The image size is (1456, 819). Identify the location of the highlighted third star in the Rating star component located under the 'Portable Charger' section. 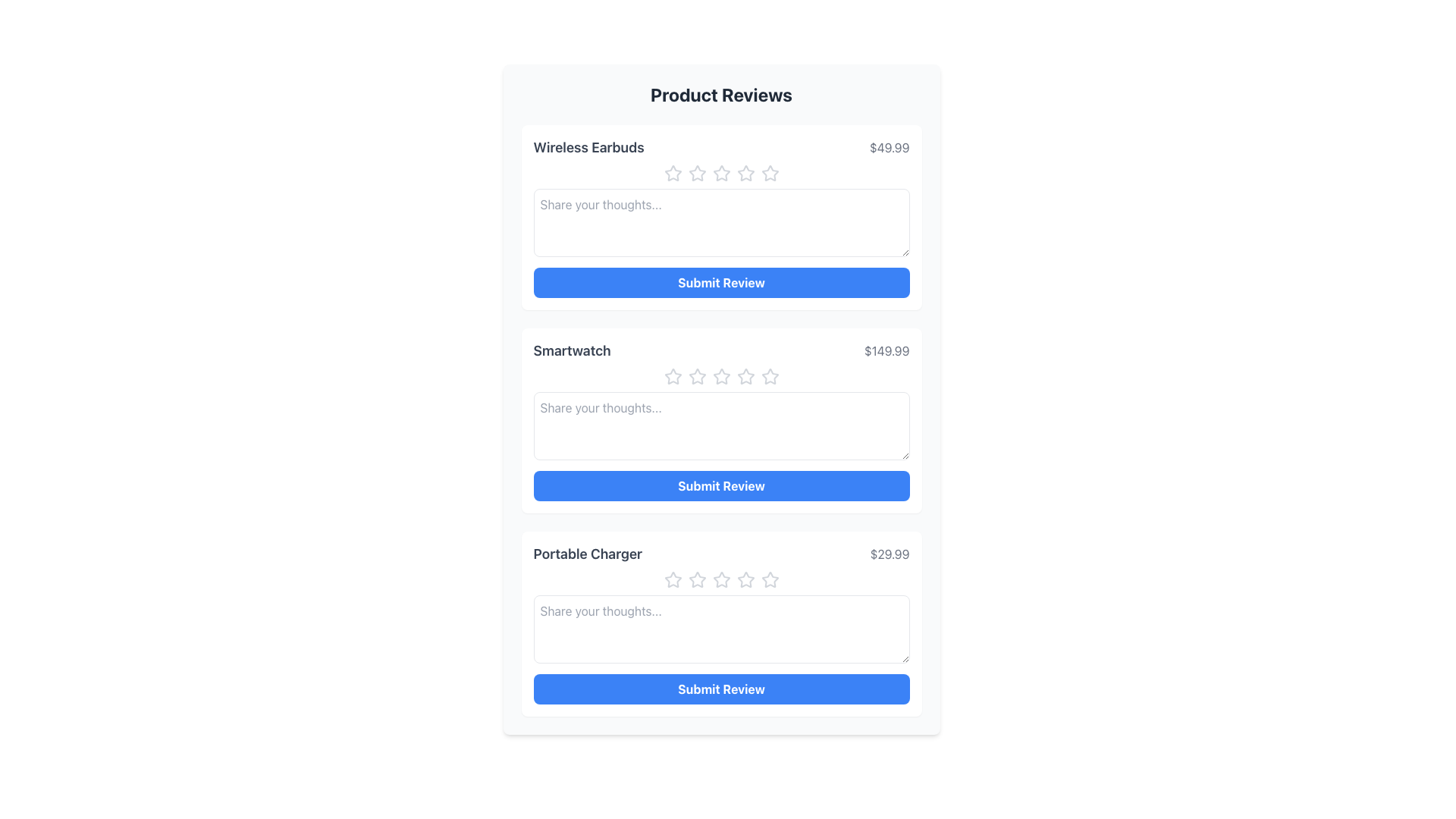
(720, 579).